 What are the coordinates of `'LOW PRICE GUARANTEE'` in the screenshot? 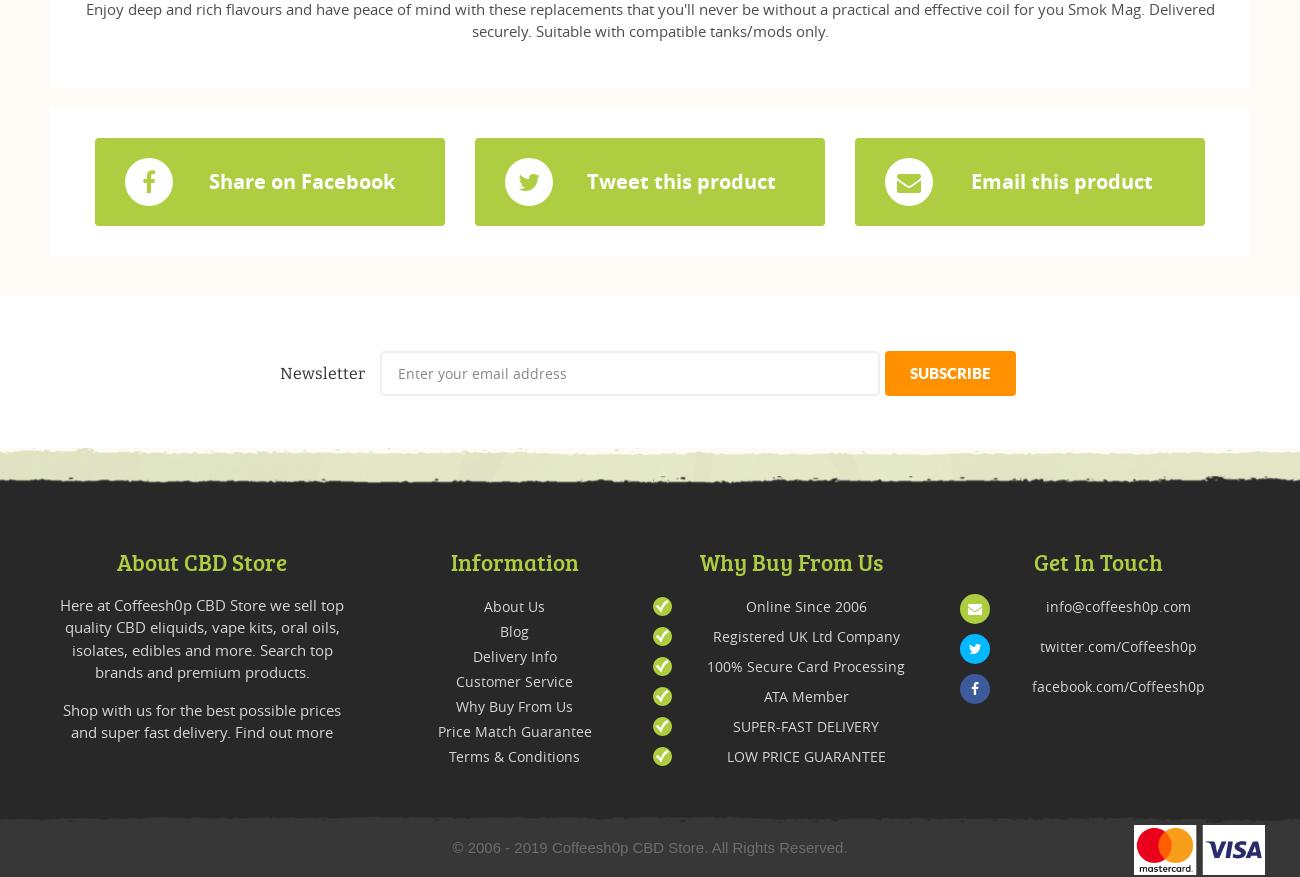 It's located at (804, 755).